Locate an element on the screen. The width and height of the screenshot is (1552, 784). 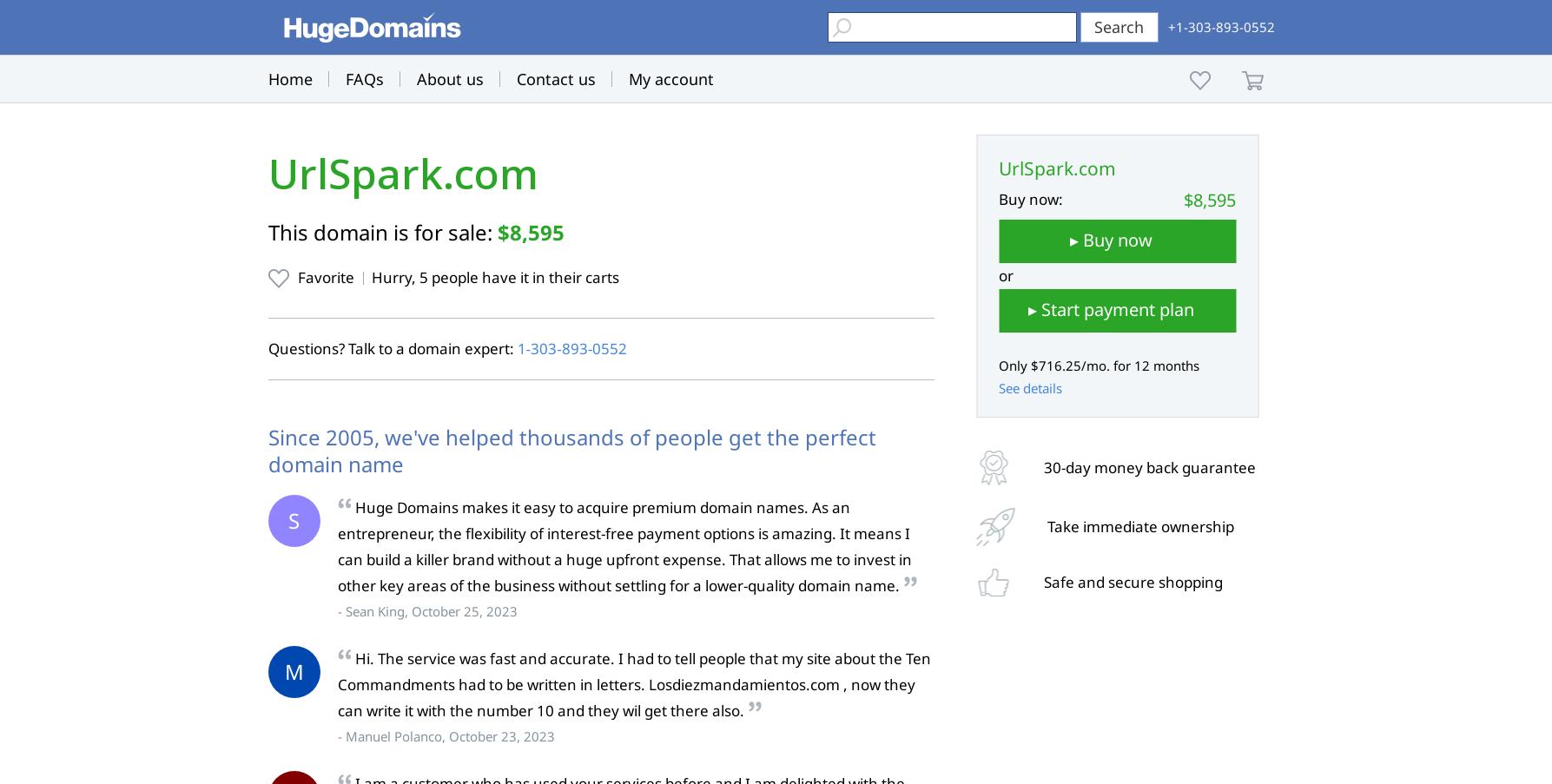
'- Sean King, October 25, 2023' is located at coordinates (426, 609).